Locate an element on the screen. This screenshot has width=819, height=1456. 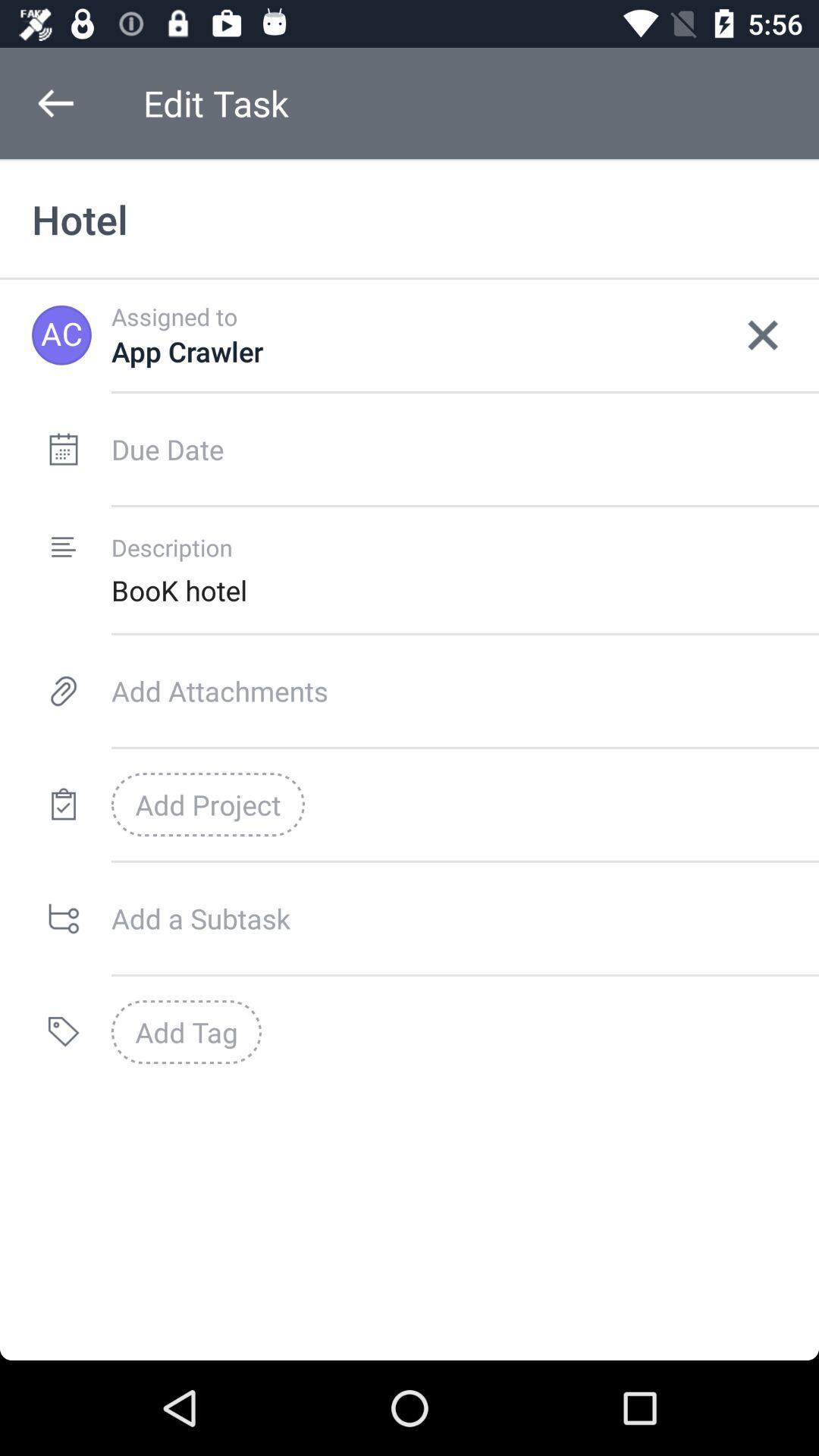
the item at the top right corner is located at coordinates (763, 334).